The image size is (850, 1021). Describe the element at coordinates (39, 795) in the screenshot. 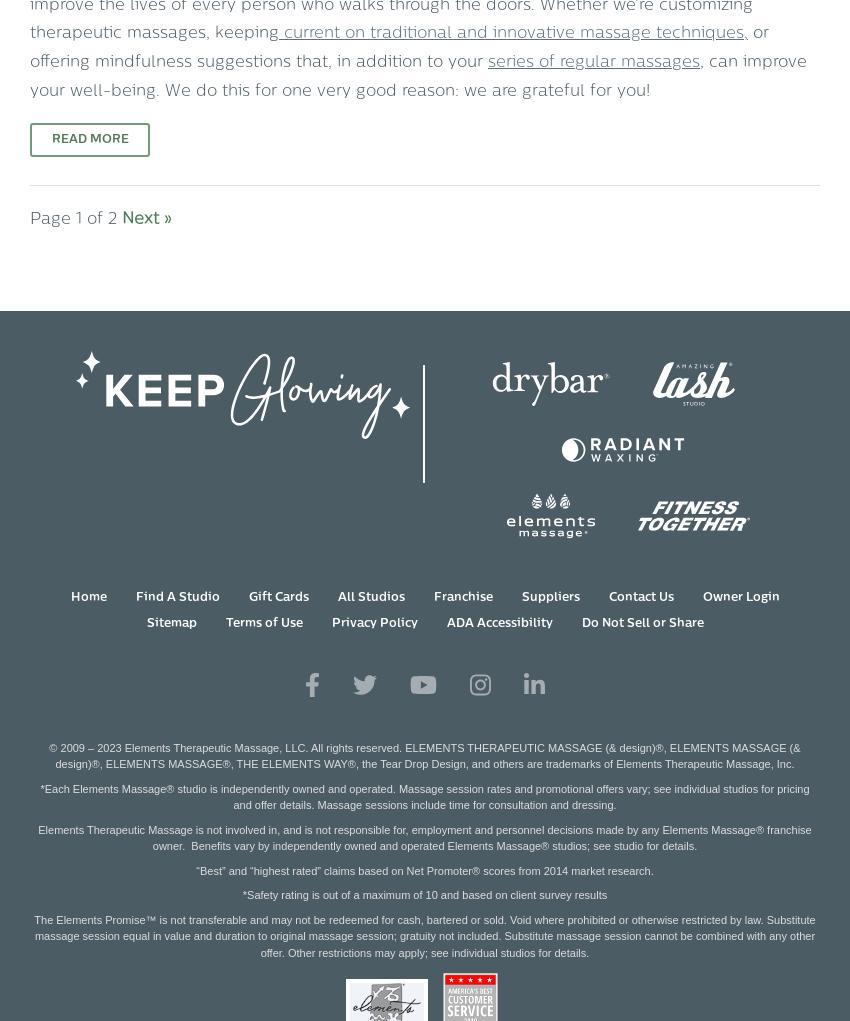

I see `'*Each Elements Massage® studio is independently owned and operated. Massage session rates and promotional offers vary; see individual studios for pricing and offer details. Massage sessions include time for consultation and dressing.'` at that location.